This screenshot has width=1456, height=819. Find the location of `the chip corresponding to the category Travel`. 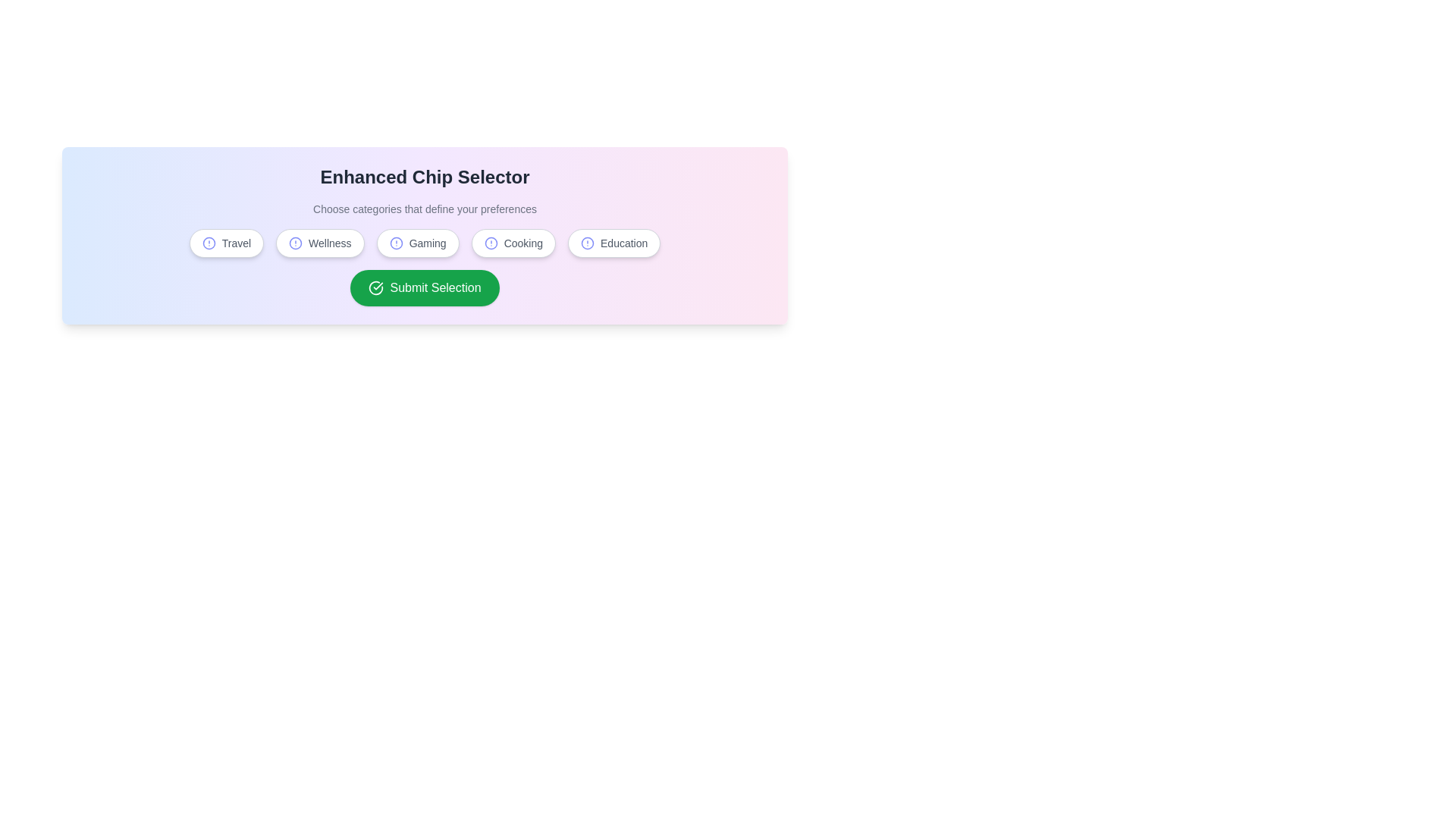

the chip corresponding to the category Travel is located at coordinates (225, 242).